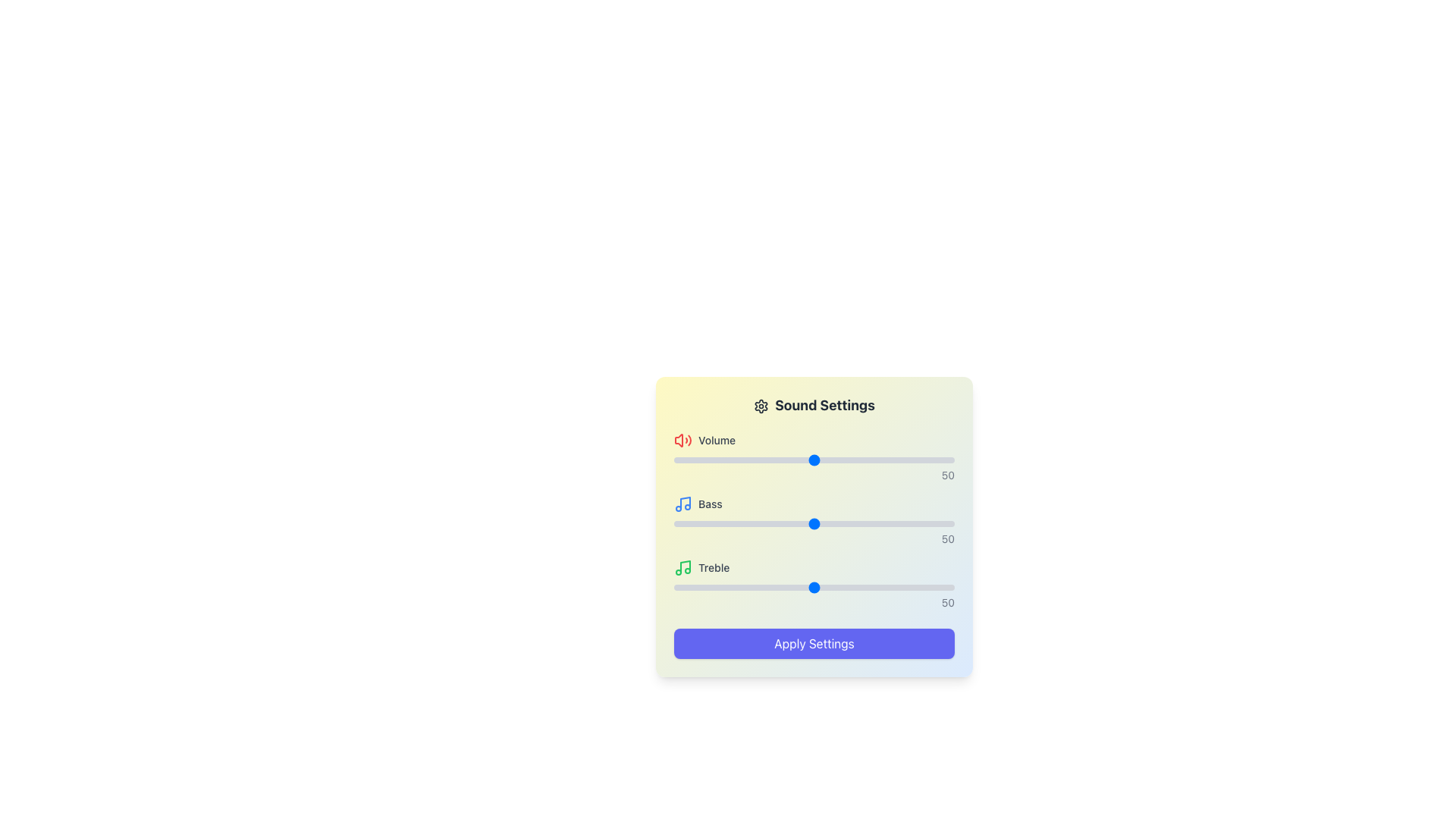 This screenshot has height=819, width=1456. Describe the element at coordinates (814, 405) in the screenshot. I see `the title label of the settings section, which is positioned at the top of the UI card containing sliders and an 'Apply Settings' button` at that location.